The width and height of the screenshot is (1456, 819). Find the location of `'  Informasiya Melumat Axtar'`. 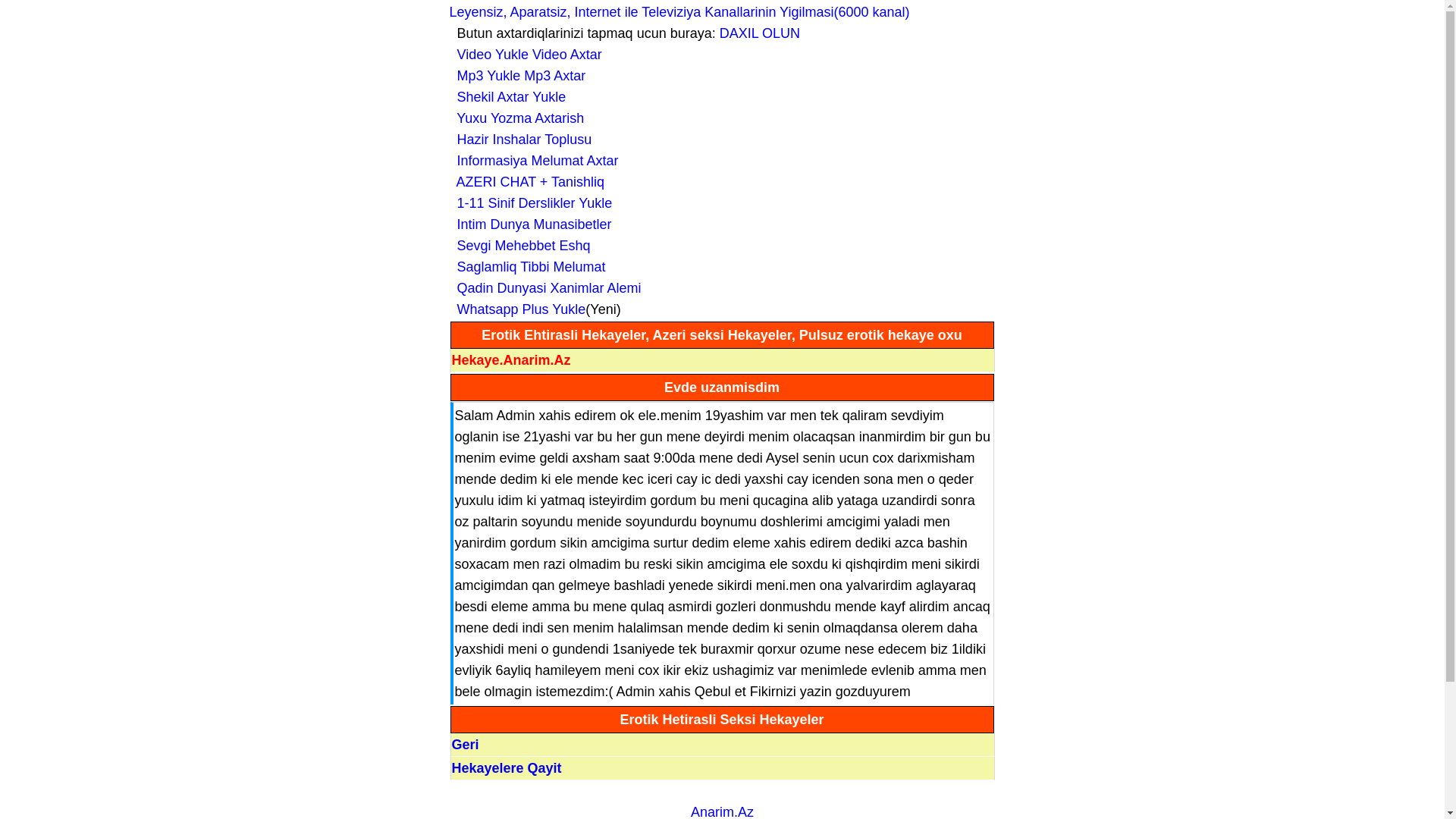

'  Informasiya Melumat Axtar' is located at coordinates (533, 161).